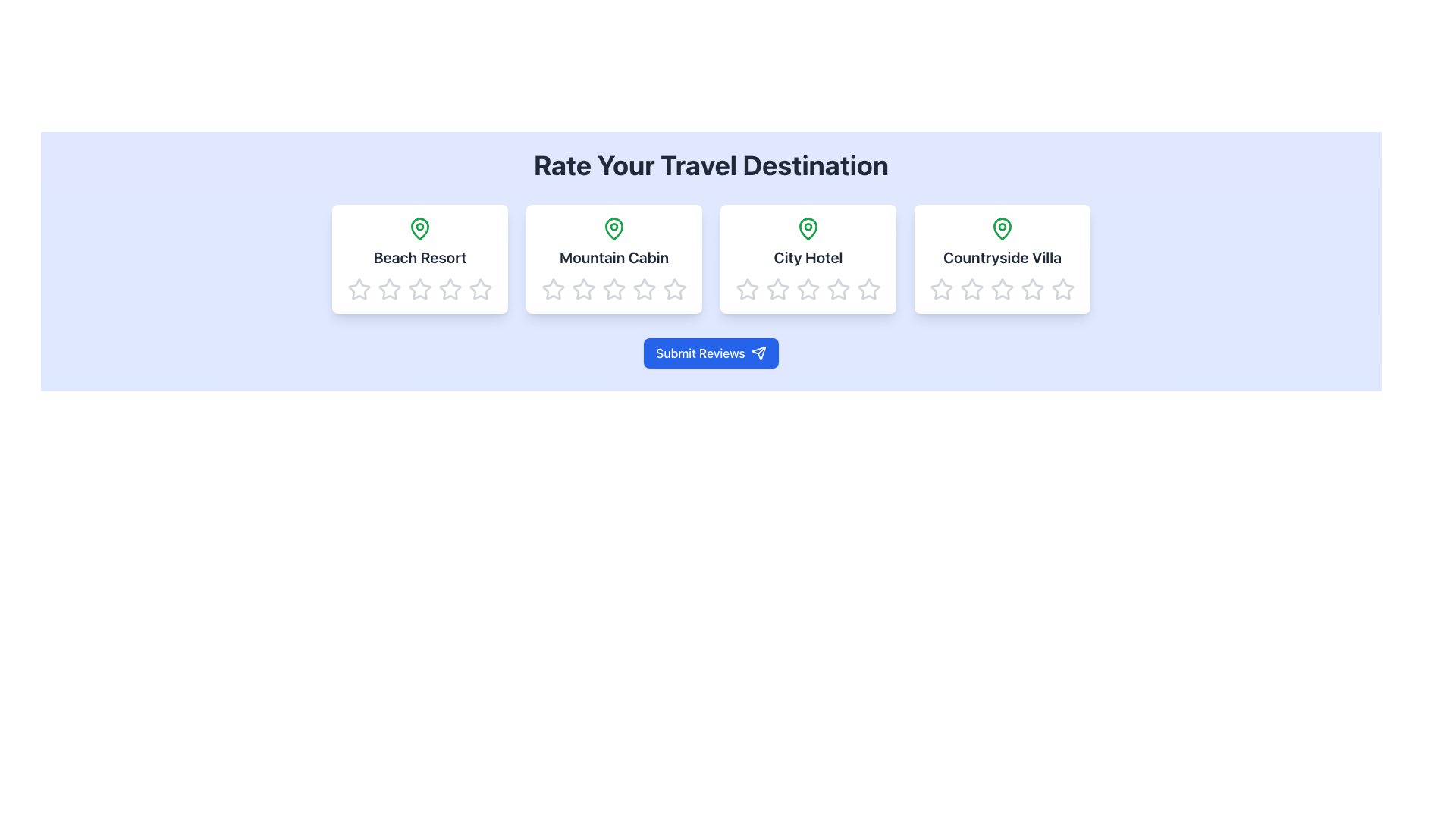  I want to click on the first star-shaped icon in the five-star rating system under the 'City Hotel' card, so click(869, 289).